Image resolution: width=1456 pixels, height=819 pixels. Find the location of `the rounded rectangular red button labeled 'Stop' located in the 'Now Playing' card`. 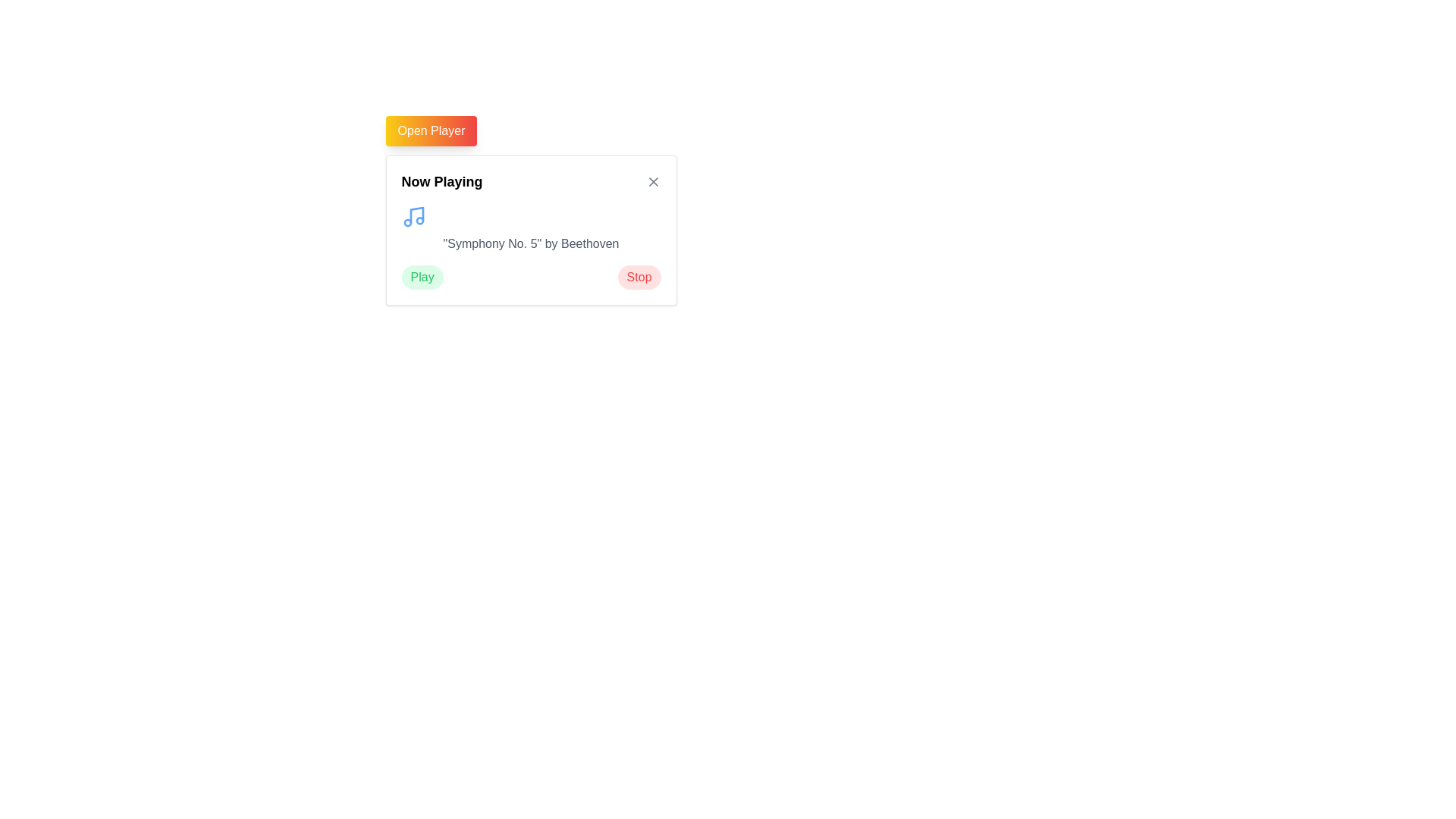

the rounded rectangular red button labeled 'Stop' located in the 'Now Playing' card is located at coordinates (639, 278).